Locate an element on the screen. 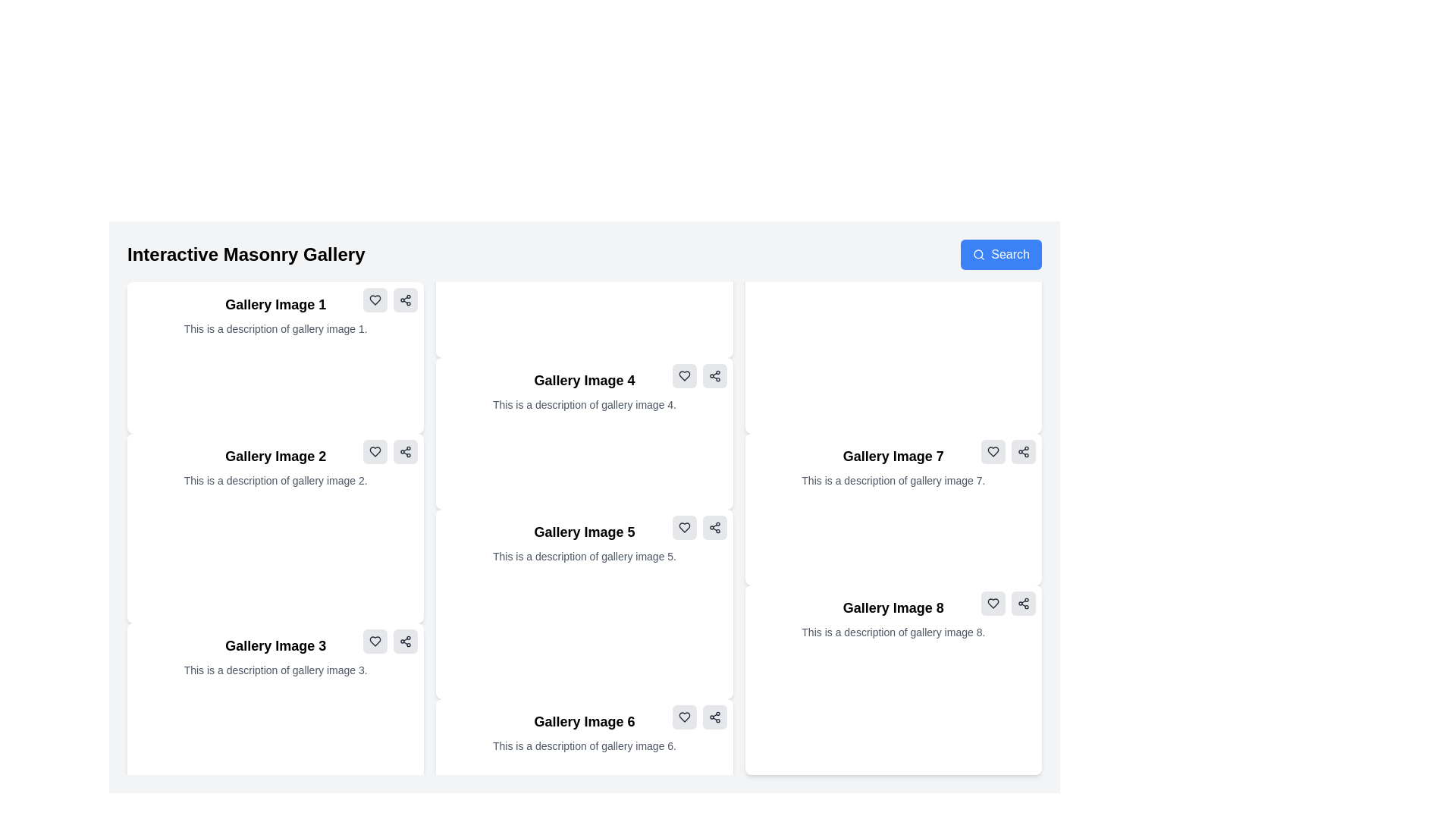  the small heart icon with a hollow center, styled with a thin line, located in the top-right corner of the card titled 'Gallery Image 8' is located at coordinates (993, 602).